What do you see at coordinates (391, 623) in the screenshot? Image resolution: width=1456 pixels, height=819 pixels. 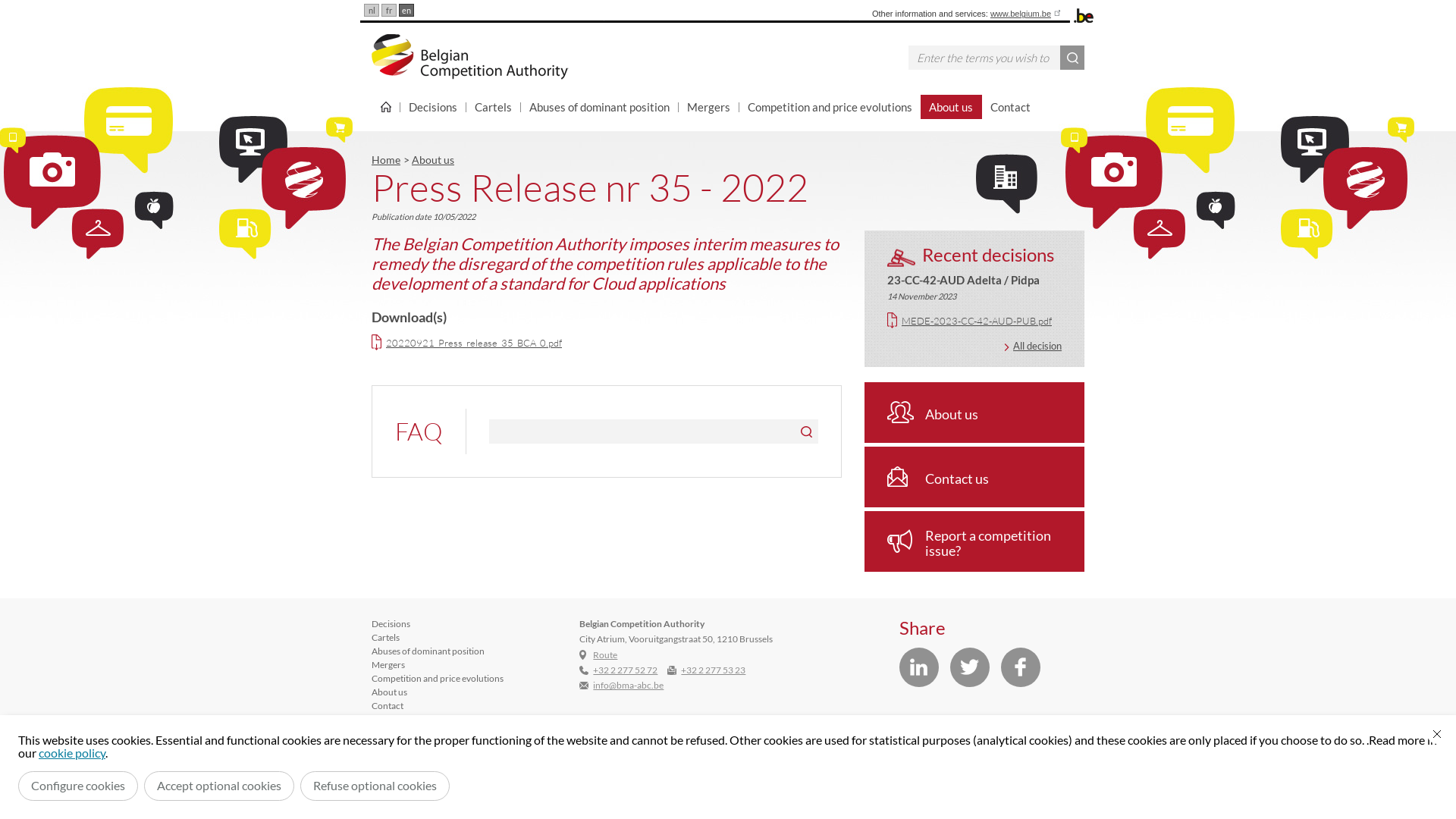 I see `'Decisions'` at bounding box center [391, 623].